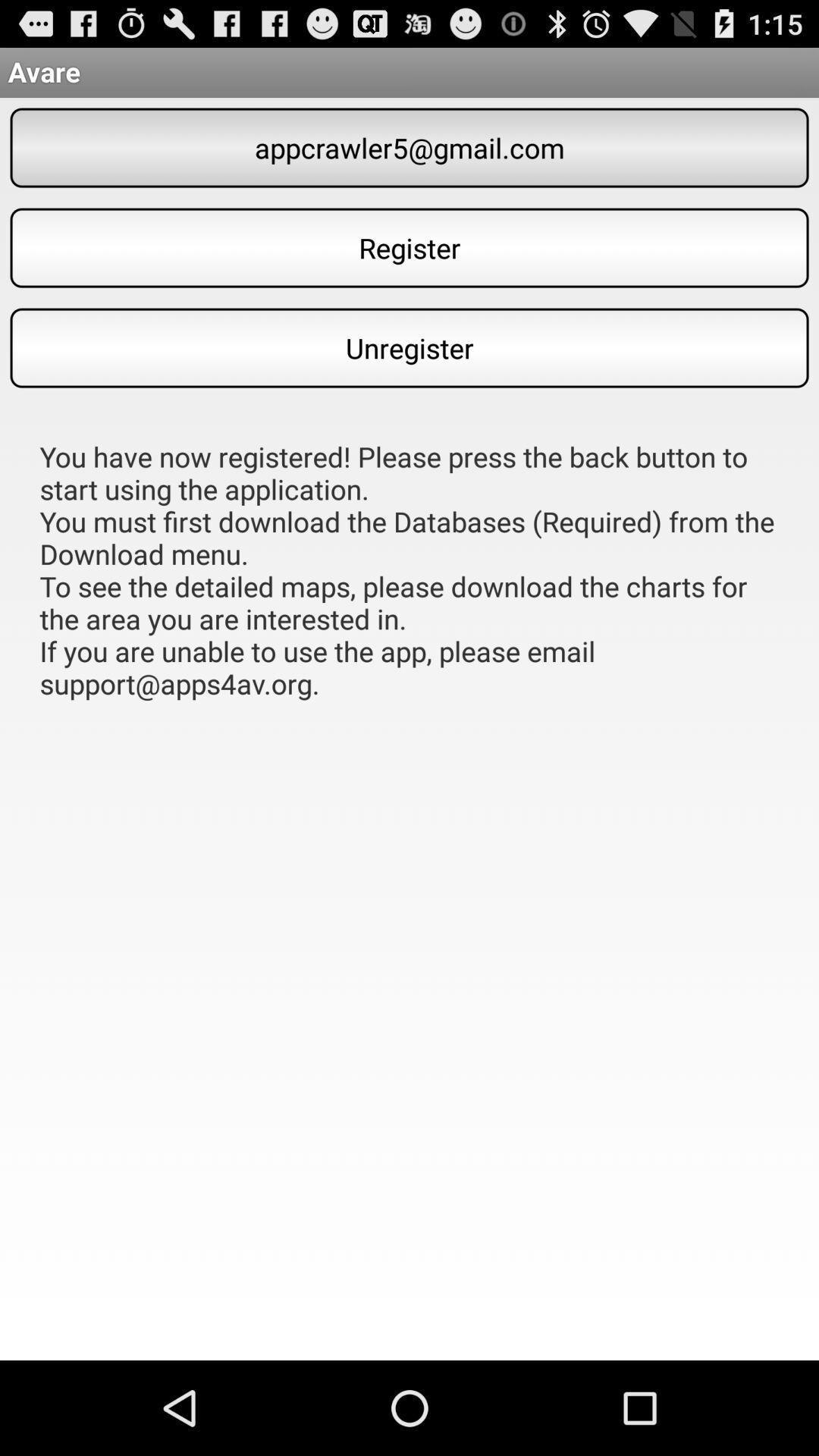 This screenshot has height=1456, width=819. What do you see at coordinates (409, 247) in the screenshot?
I see `item above the unregister` at bounding box center [409, 247].